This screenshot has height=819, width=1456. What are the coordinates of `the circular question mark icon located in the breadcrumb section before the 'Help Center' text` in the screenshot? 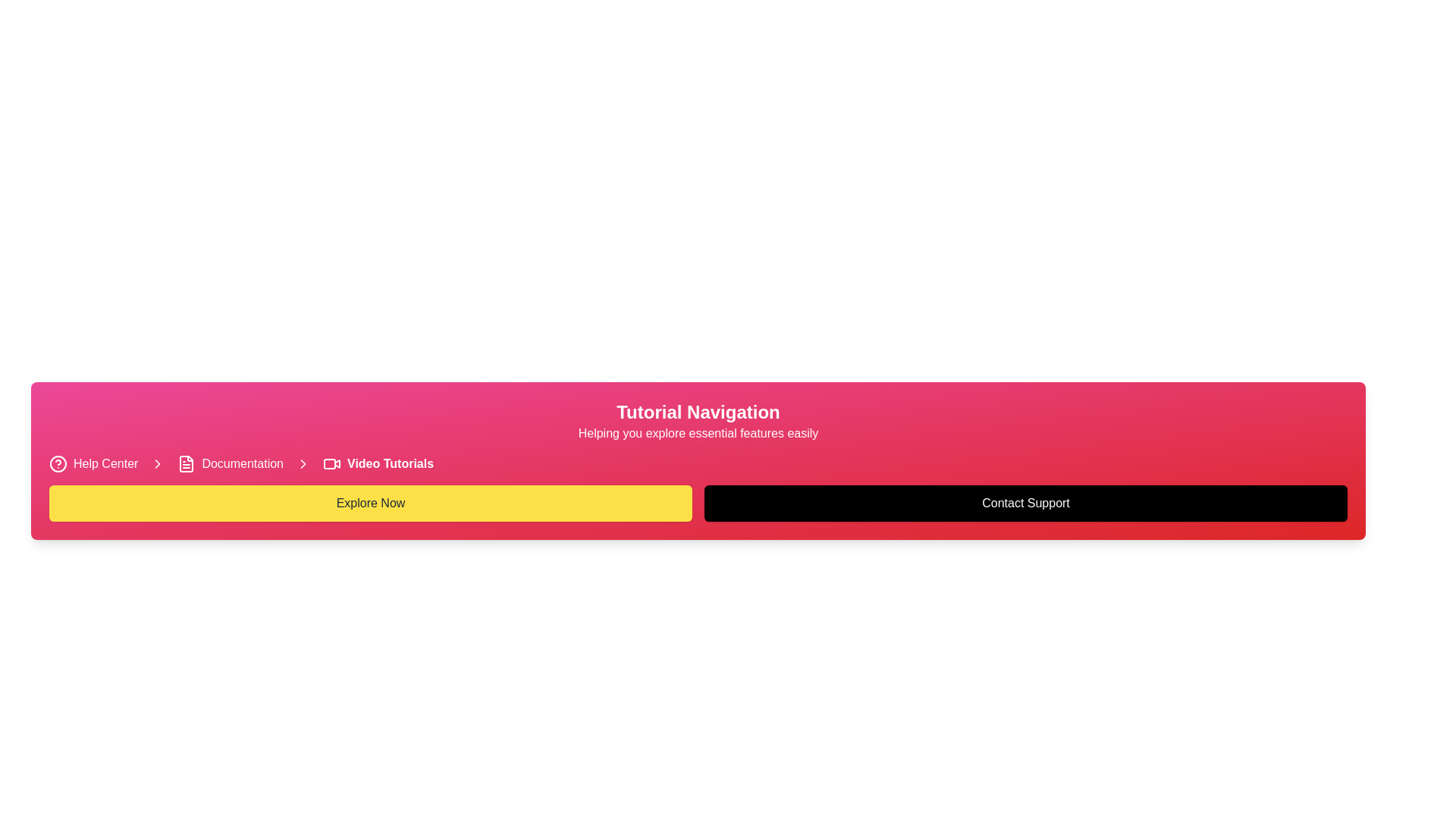 It's located at (58, 463).